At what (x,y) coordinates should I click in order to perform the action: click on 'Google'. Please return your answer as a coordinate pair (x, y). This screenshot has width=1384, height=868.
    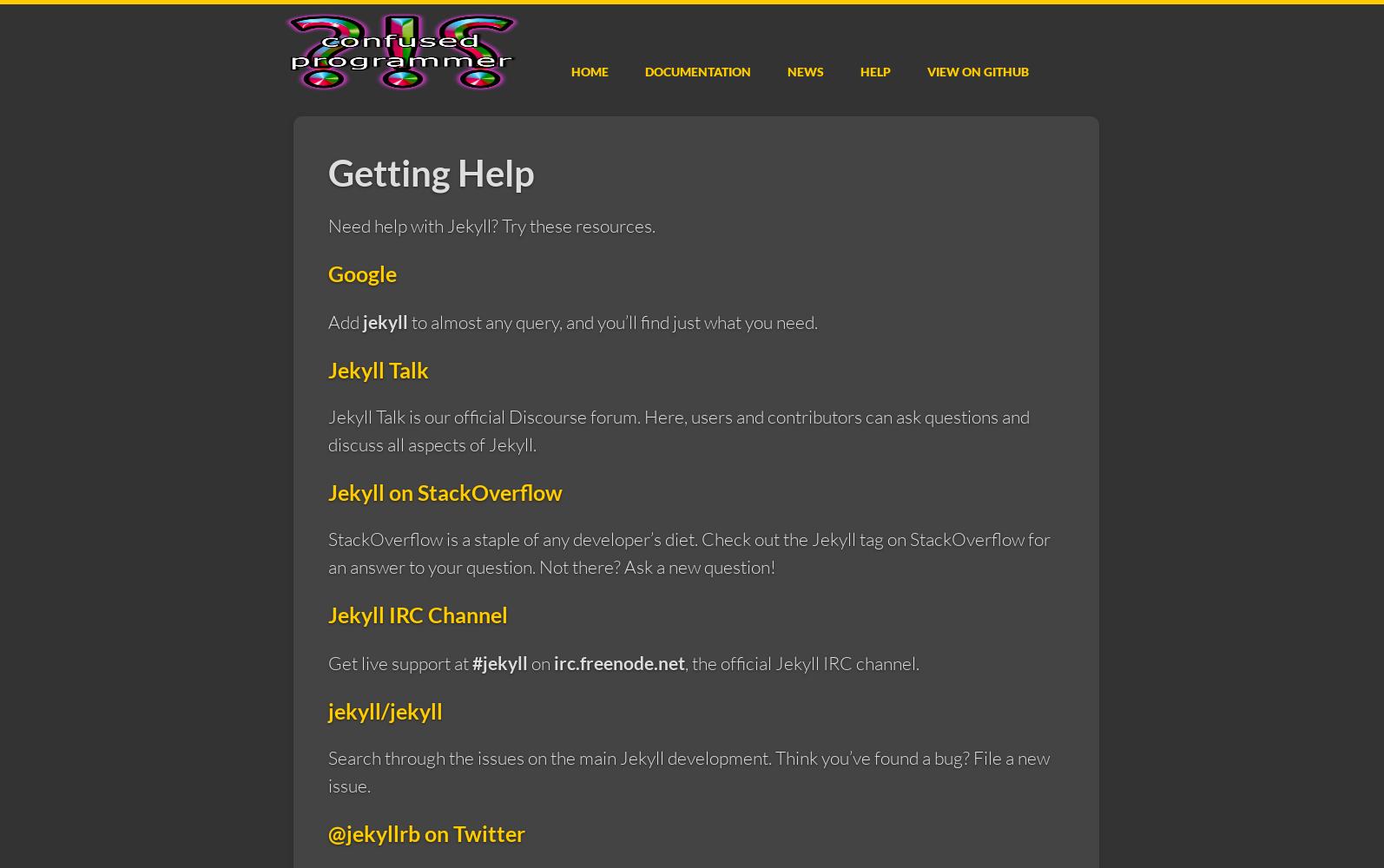
    Looking at the image, I should click on (361, 273).